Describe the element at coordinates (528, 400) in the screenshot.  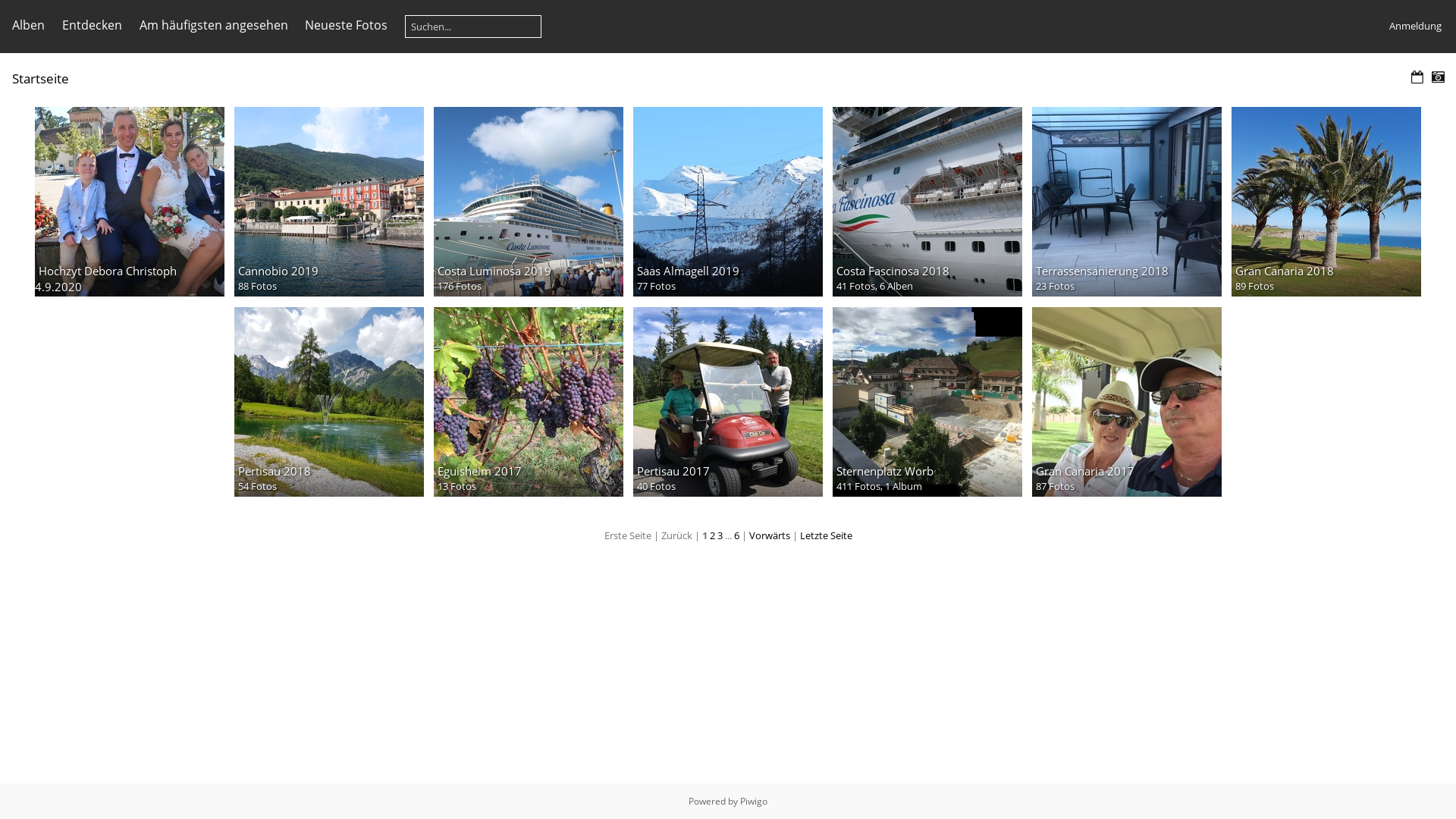
I see `'Eguisheim 2017` at that location.